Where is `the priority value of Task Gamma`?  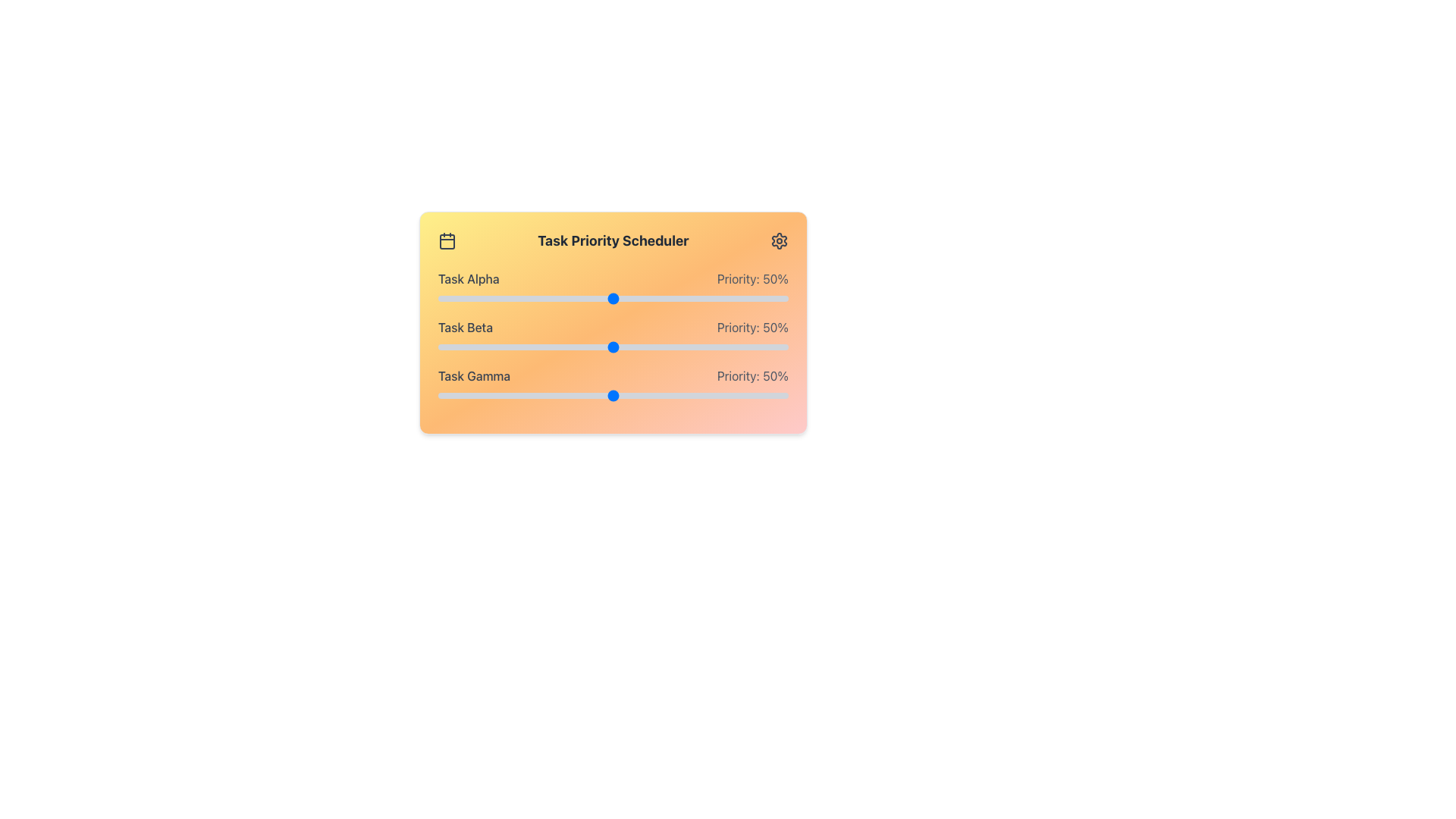 the priority value of Task Gamma is located at coordinates (692, 375).